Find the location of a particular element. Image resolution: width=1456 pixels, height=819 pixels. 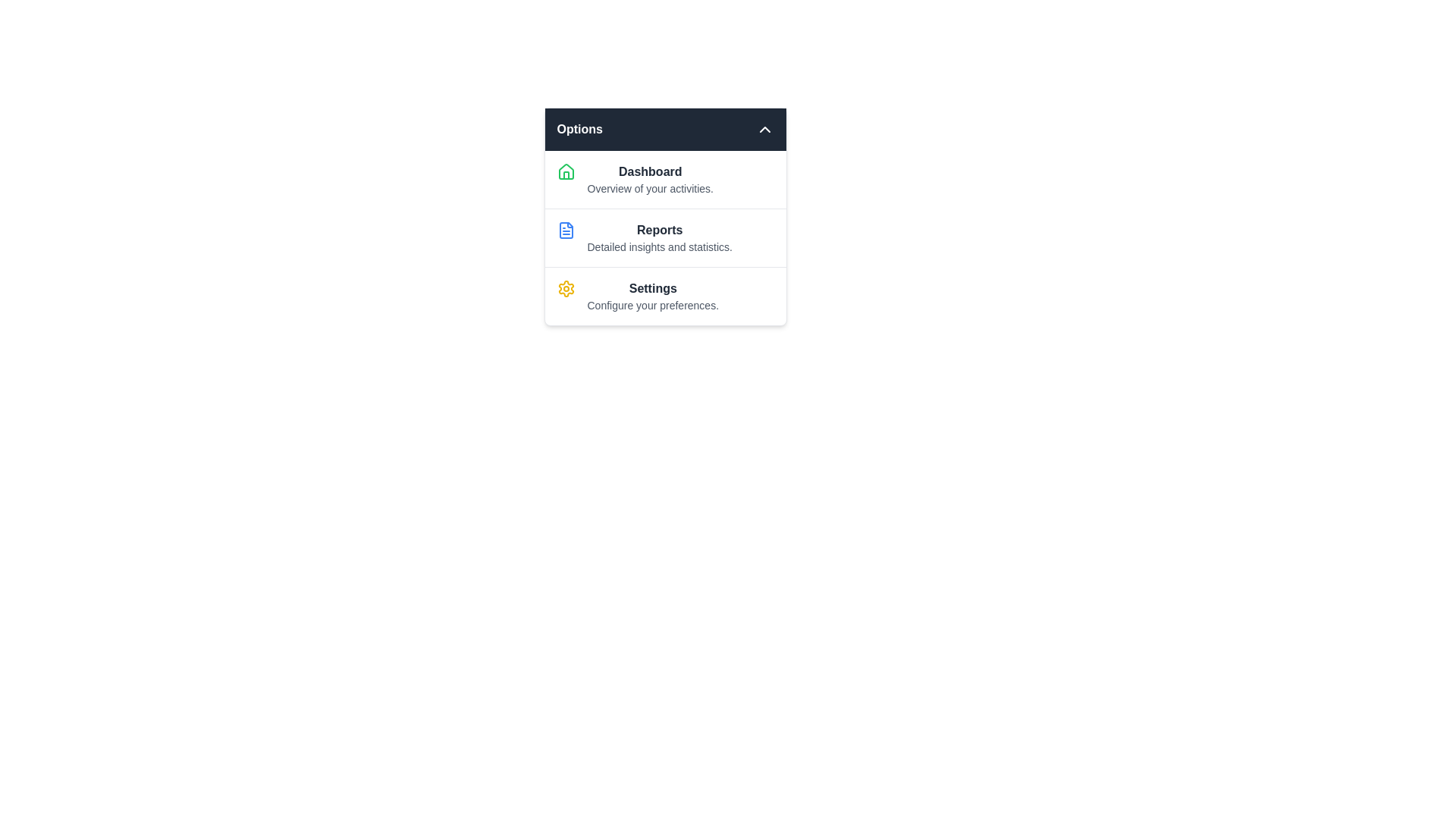

the Text Label that serves as a title for the settings section, positioned above the subtitle 'Configure your preferences.' is located at coordinates (653, 289).